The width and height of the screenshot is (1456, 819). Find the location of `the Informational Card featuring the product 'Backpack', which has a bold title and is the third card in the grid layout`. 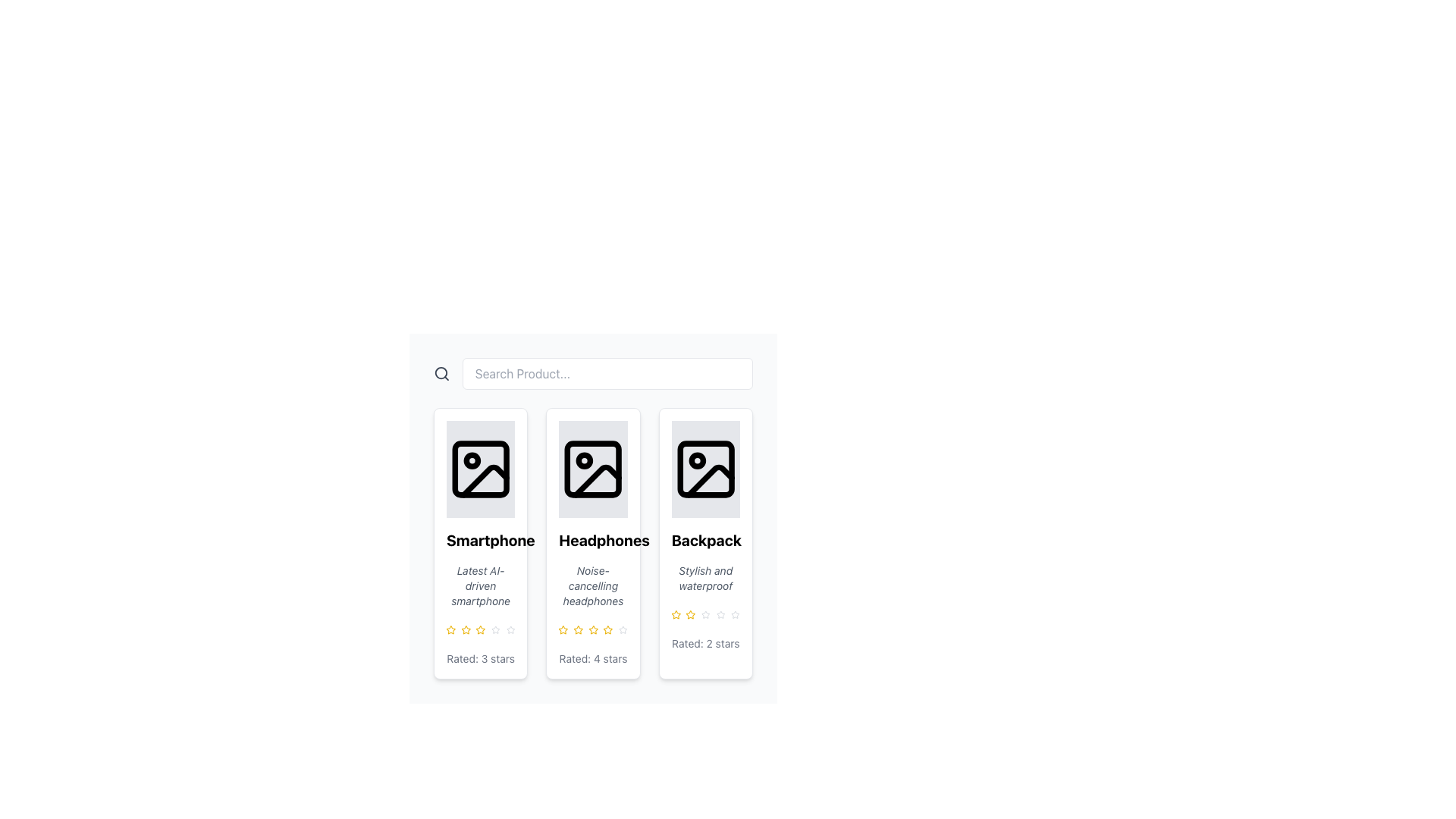

the Informational Card featuring the product 'Backpack', which has a bold title and is the third card in the grid layout is located at coordinates (704, 543).